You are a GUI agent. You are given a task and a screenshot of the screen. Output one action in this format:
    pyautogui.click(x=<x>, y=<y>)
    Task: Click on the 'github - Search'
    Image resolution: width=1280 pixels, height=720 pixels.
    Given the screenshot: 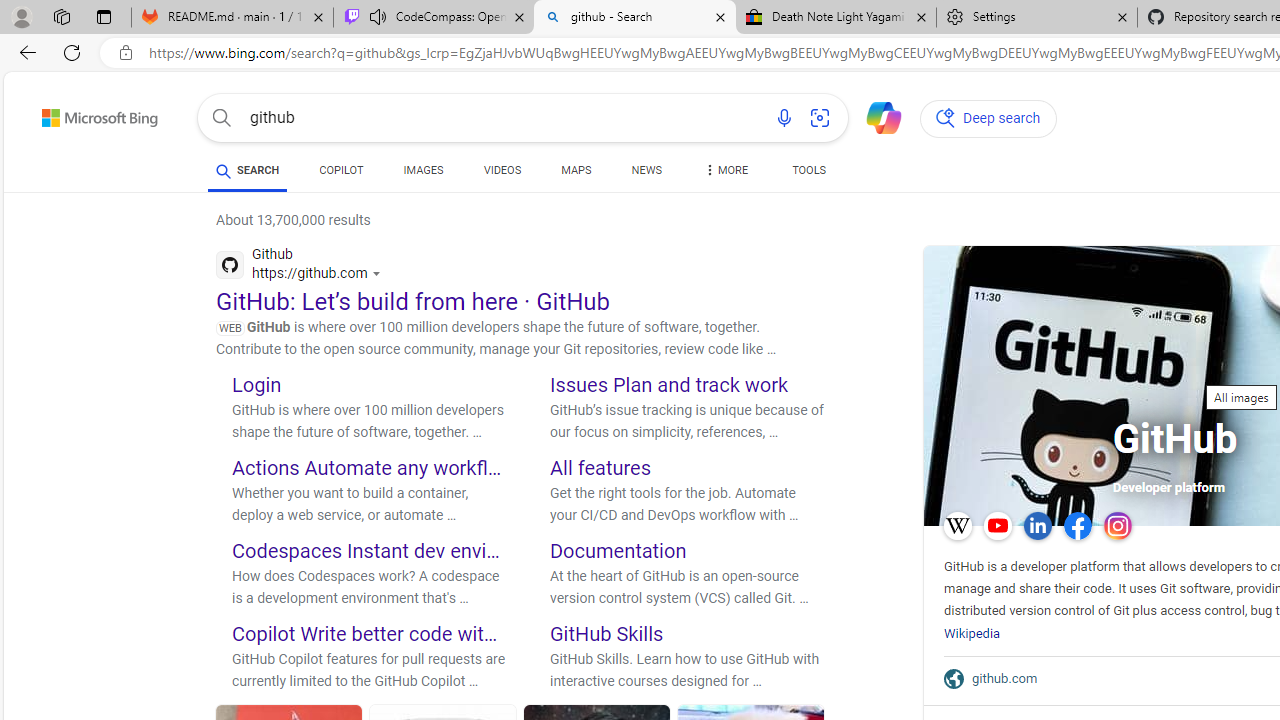 What is the action you would take?
    pyautogui.click(x=633, y=17)
    